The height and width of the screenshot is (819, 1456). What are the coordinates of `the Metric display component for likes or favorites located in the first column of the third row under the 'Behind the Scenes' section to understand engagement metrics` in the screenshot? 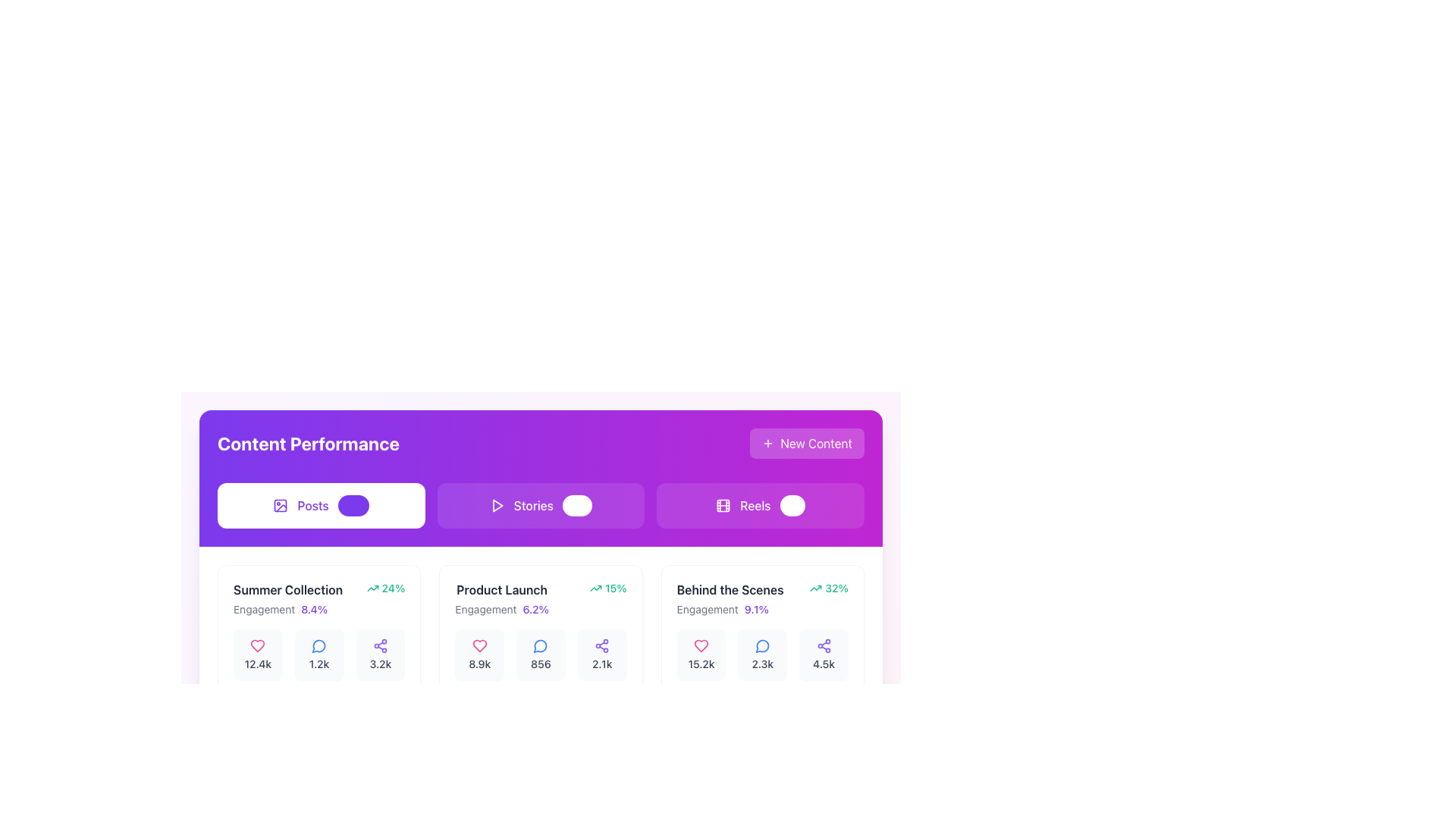 It's located at (701, 654).